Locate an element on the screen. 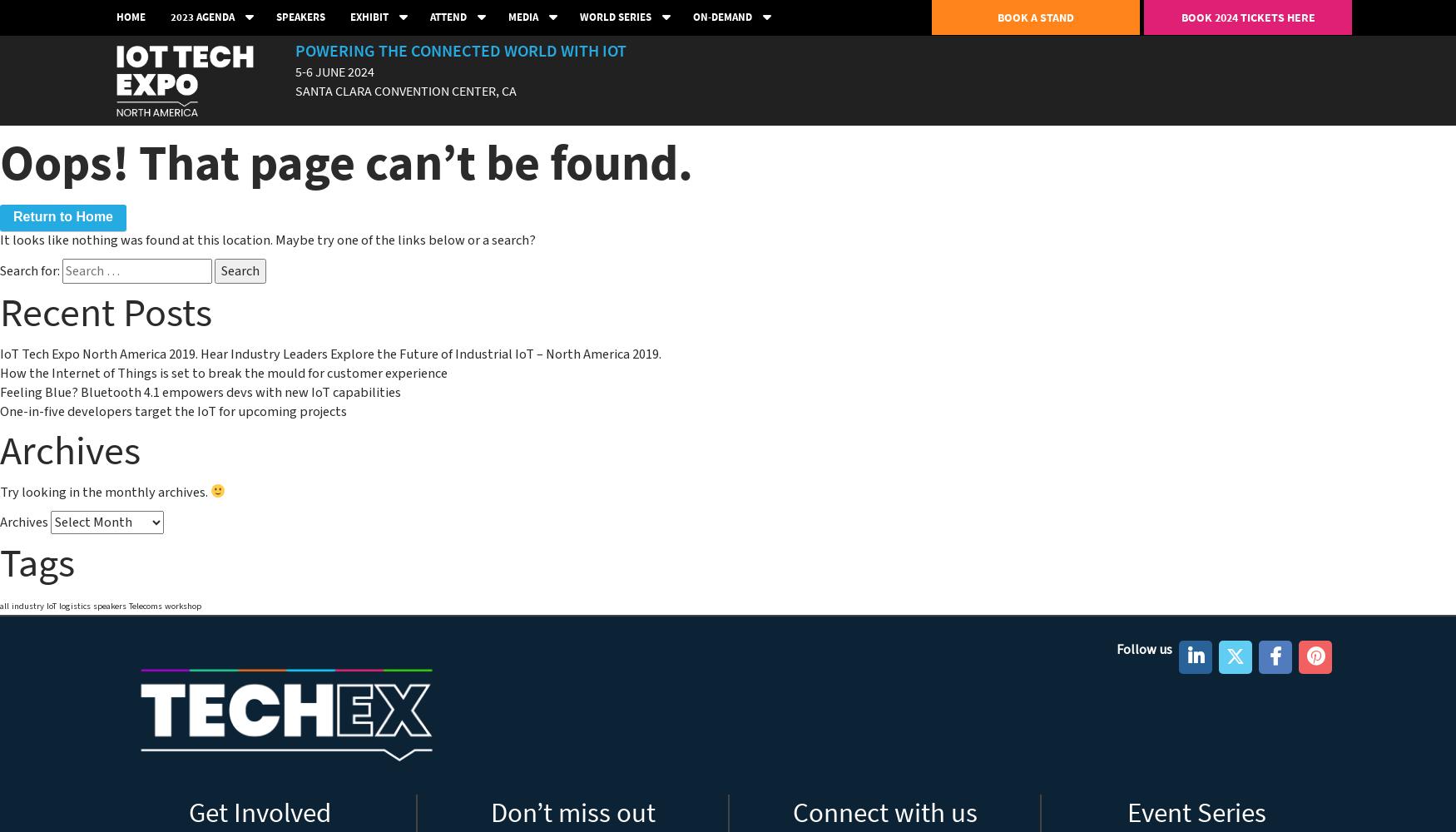  'speakers' is located at coordinates (108, 604).